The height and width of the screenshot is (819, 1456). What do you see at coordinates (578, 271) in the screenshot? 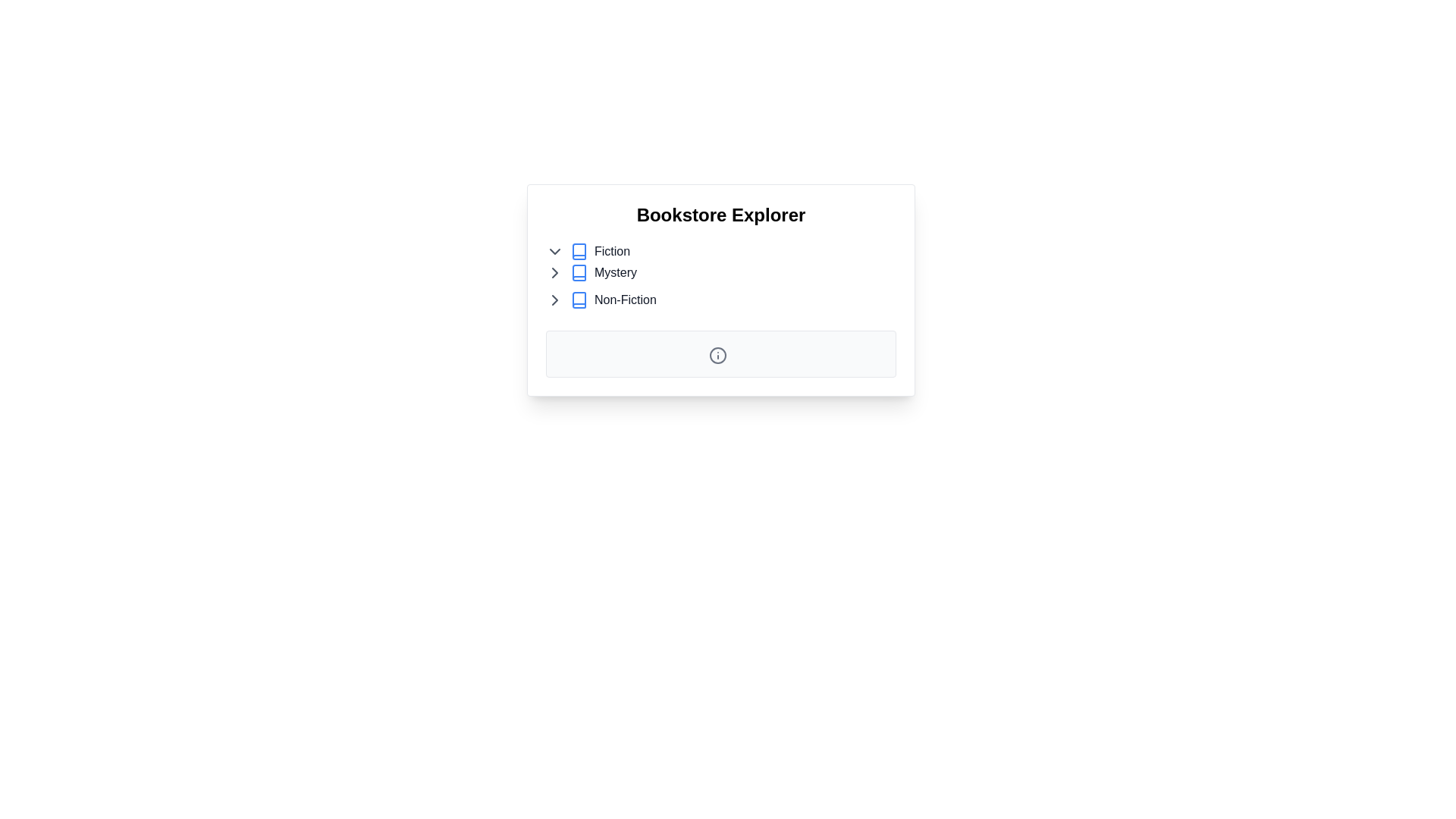
I see `the small blue book icon with rounded edges located to the left of the text label 'Mystery'` at bounding box center [578, 271].